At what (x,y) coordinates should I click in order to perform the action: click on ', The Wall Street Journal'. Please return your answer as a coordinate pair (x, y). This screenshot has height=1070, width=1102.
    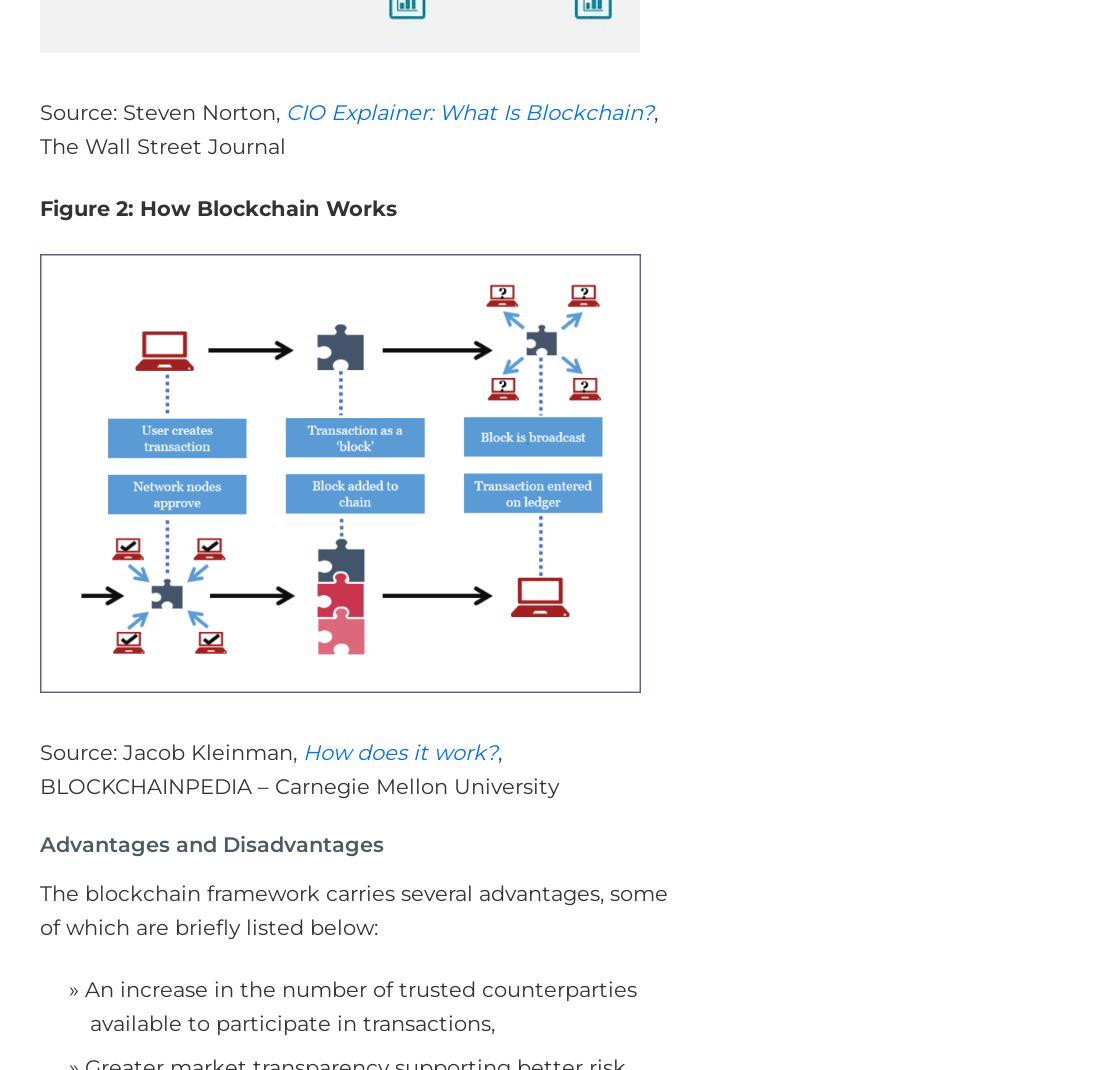
    Looking at the image, I should click on (39, 129).